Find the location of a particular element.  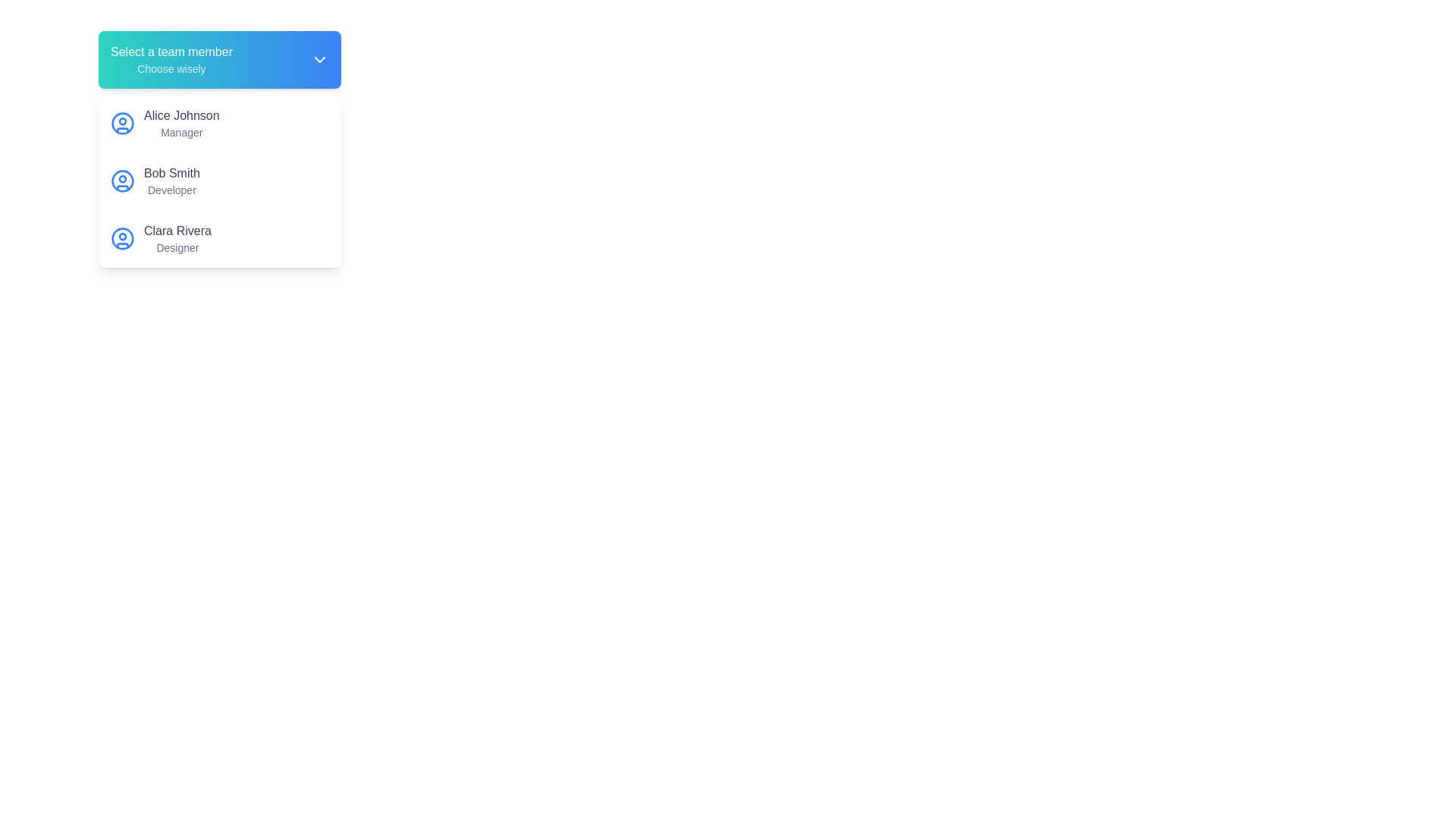

text label displaying 'Manager' that is positioned directly below the name 'Alice Johnson' in the dropdown list is located at coordinates (181, 131).